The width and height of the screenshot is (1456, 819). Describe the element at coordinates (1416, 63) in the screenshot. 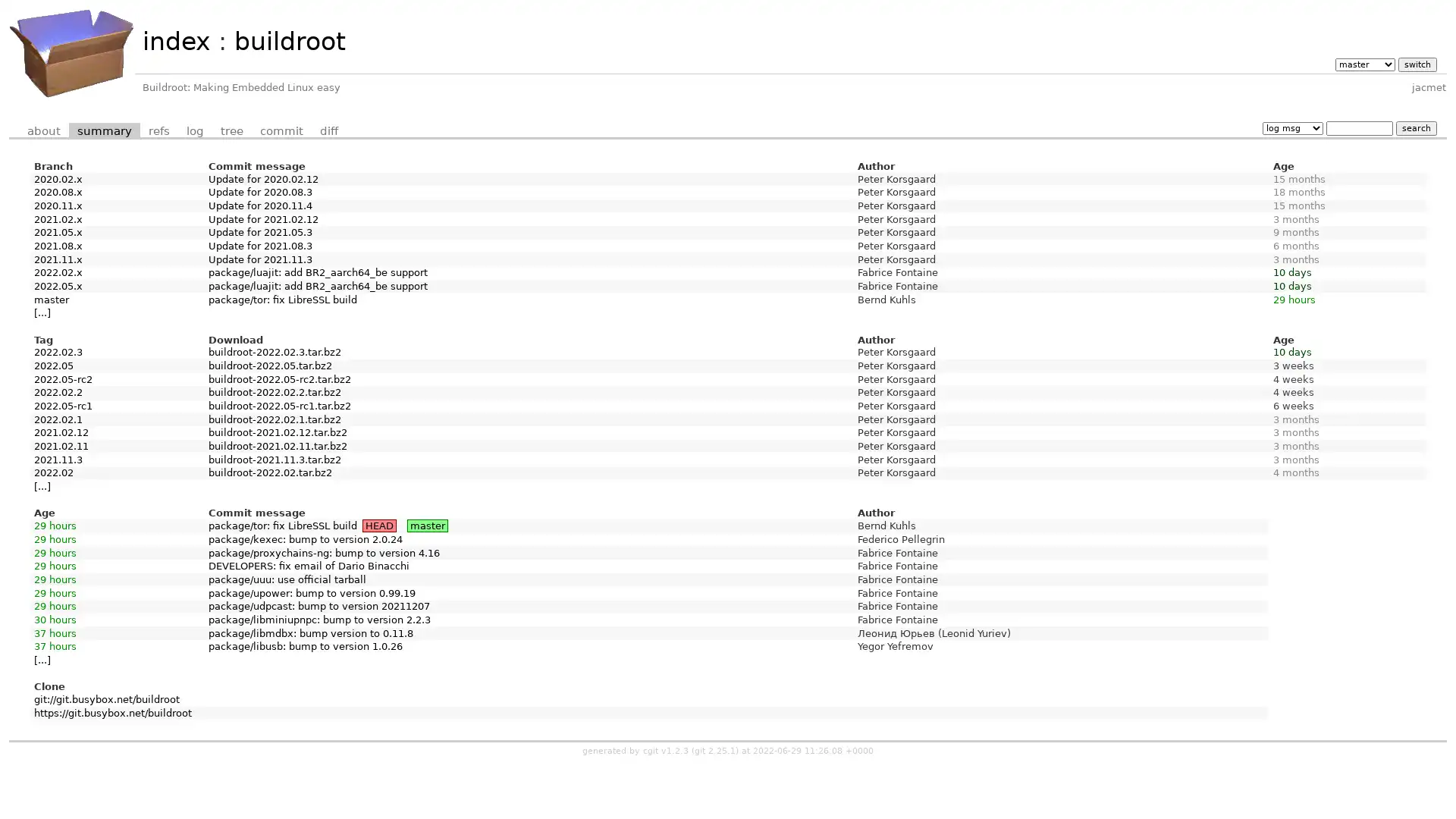

I see `switch` at that location.